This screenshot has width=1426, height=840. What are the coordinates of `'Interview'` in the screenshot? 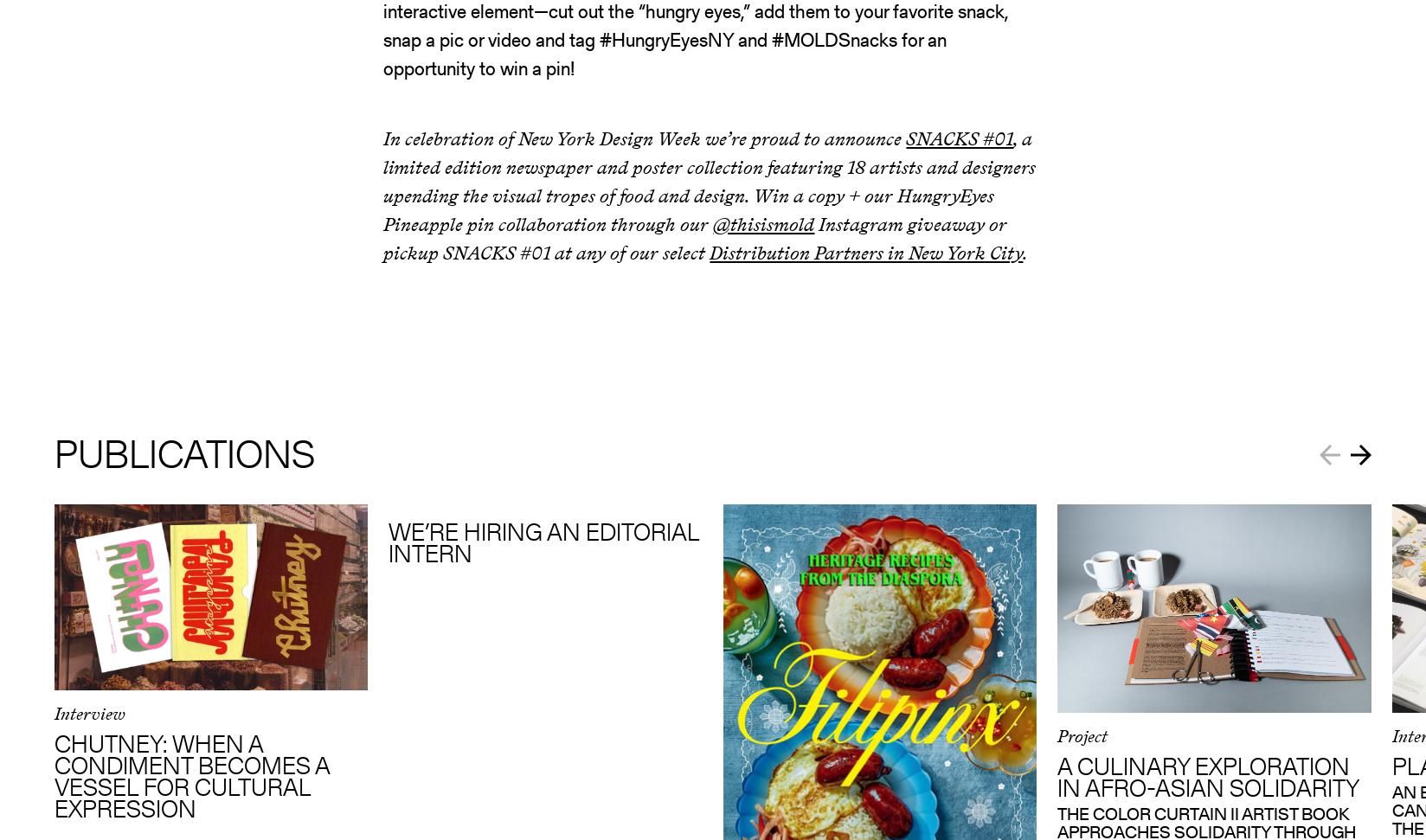 It's located at (89, 711).